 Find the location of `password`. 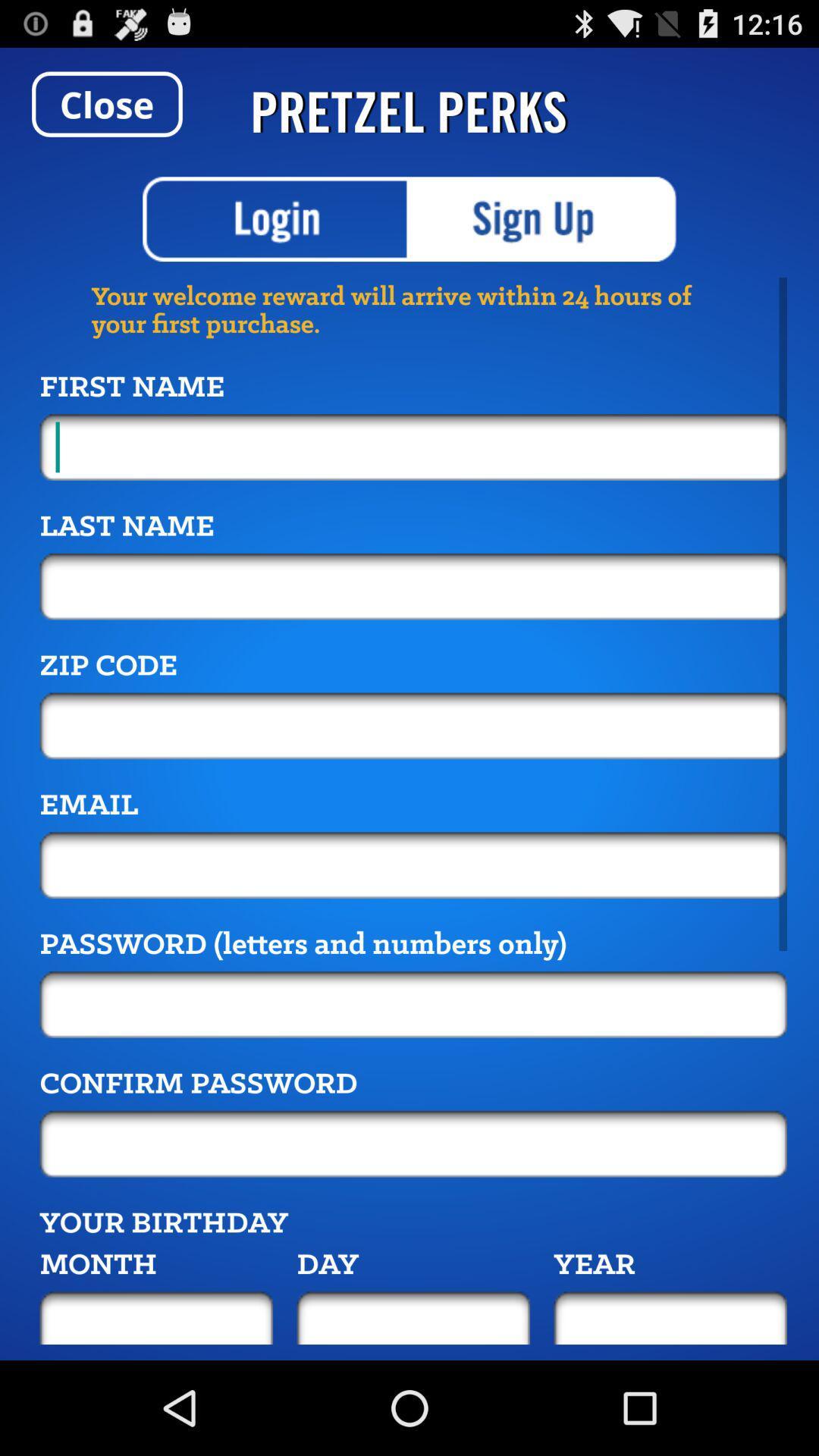

password is located at coordinates (413, 1004).